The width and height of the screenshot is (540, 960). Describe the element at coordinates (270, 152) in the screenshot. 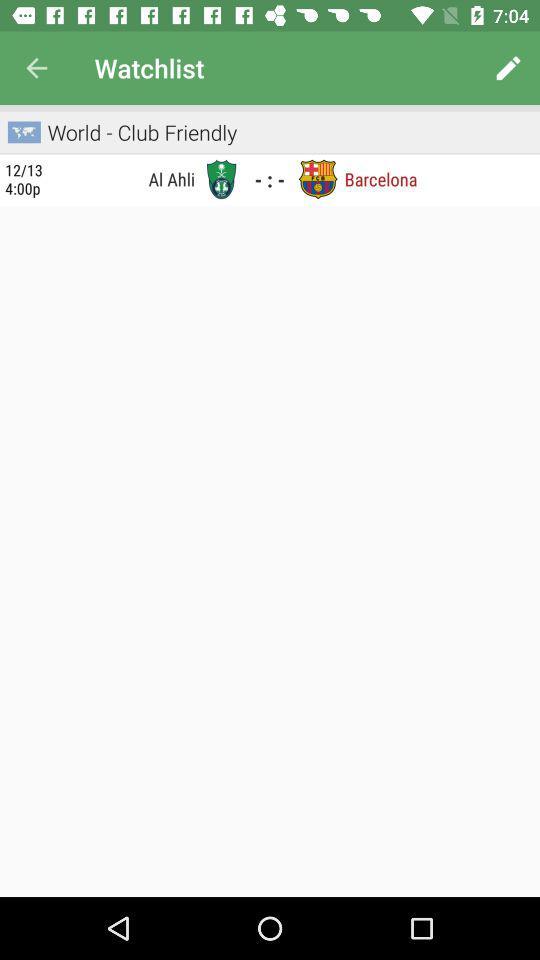

I see `icon above the - : -` at that location.